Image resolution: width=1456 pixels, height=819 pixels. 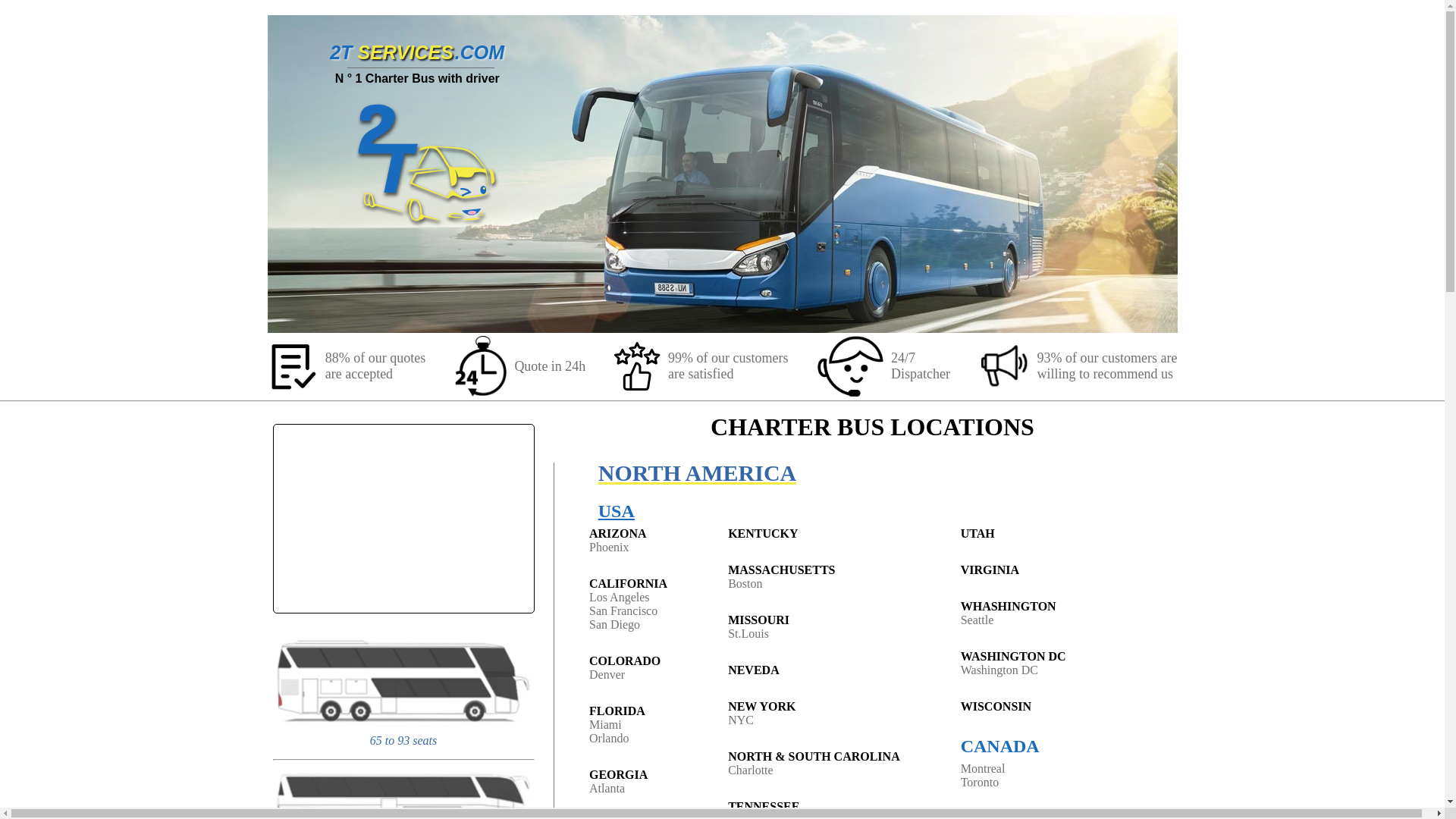 I want to click on 'WASHINGTON DC', so click(x=1013, y=655).